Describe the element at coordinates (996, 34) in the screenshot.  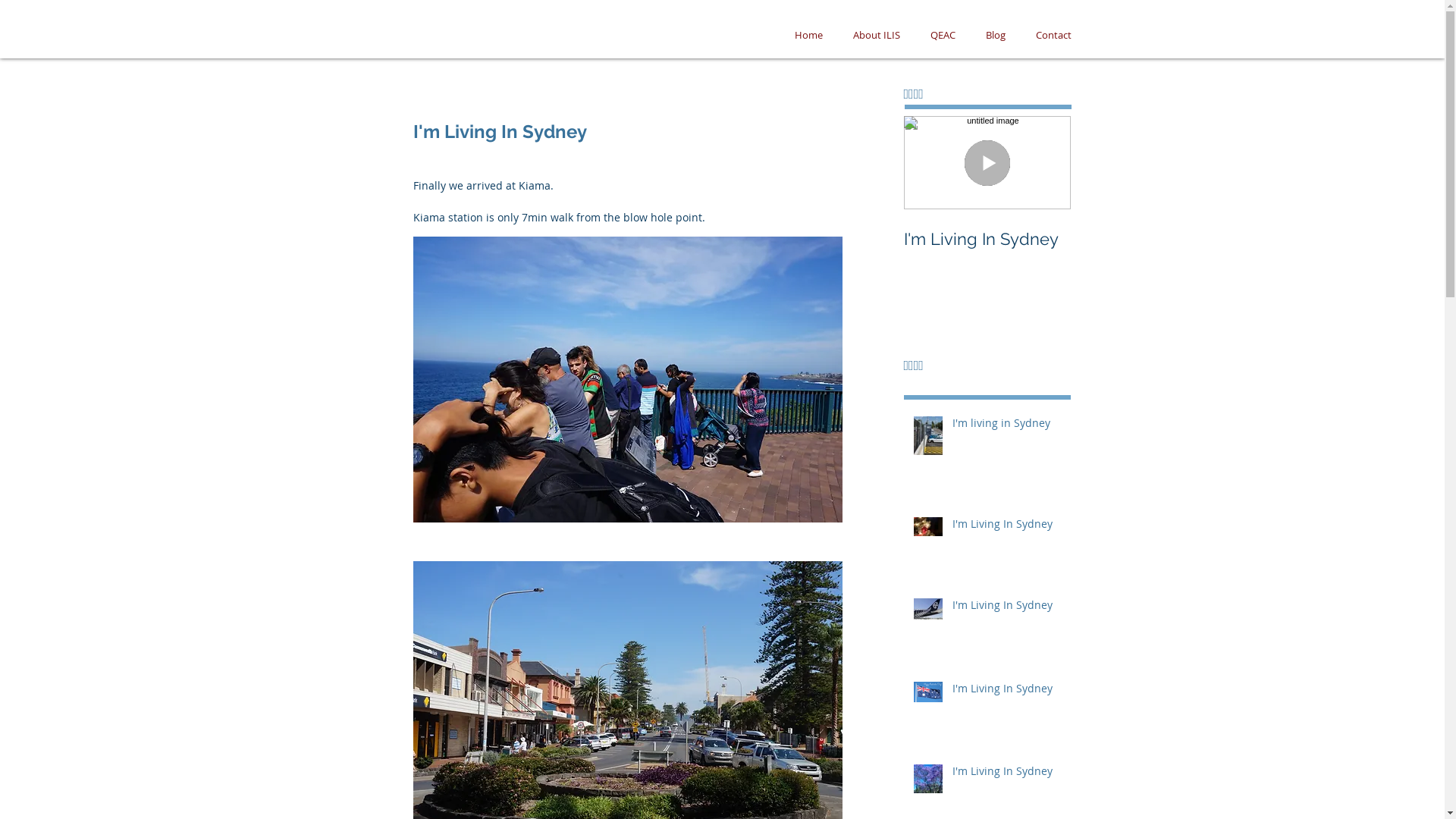
I see `'Blog'` at that location.